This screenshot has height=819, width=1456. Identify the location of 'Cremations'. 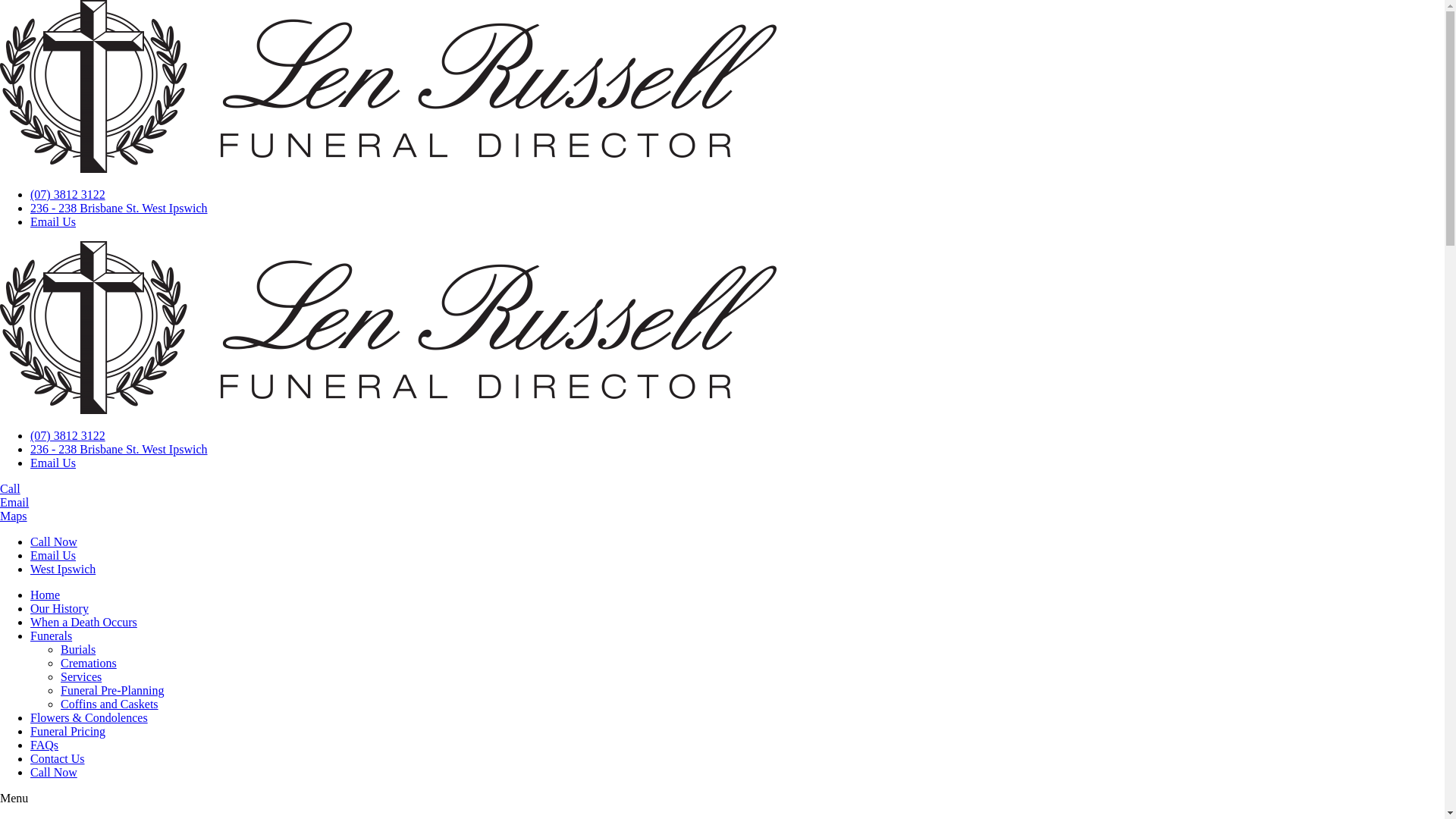
(87, 662).